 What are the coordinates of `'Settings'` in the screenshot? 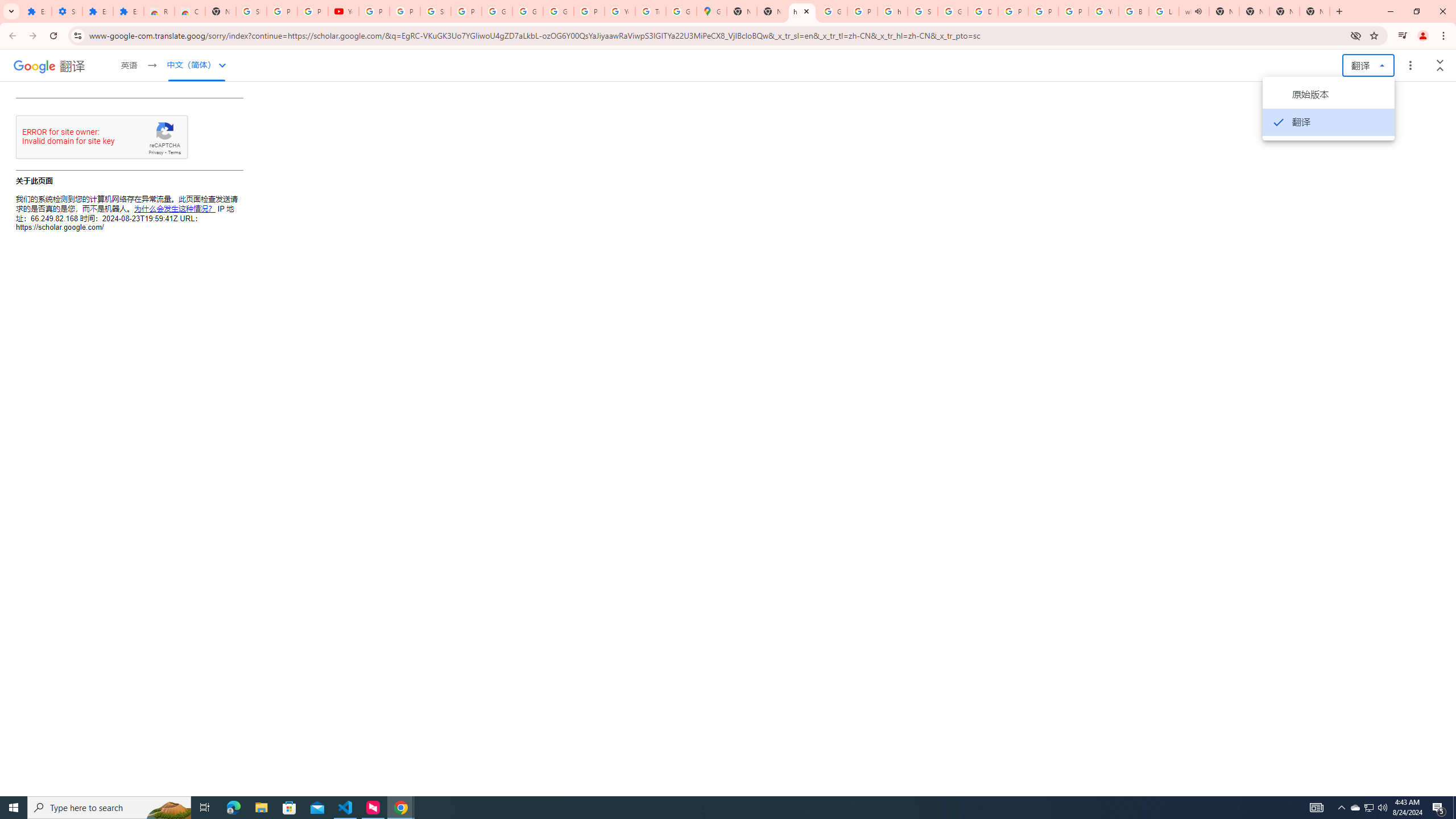 It's located at (67, 11).